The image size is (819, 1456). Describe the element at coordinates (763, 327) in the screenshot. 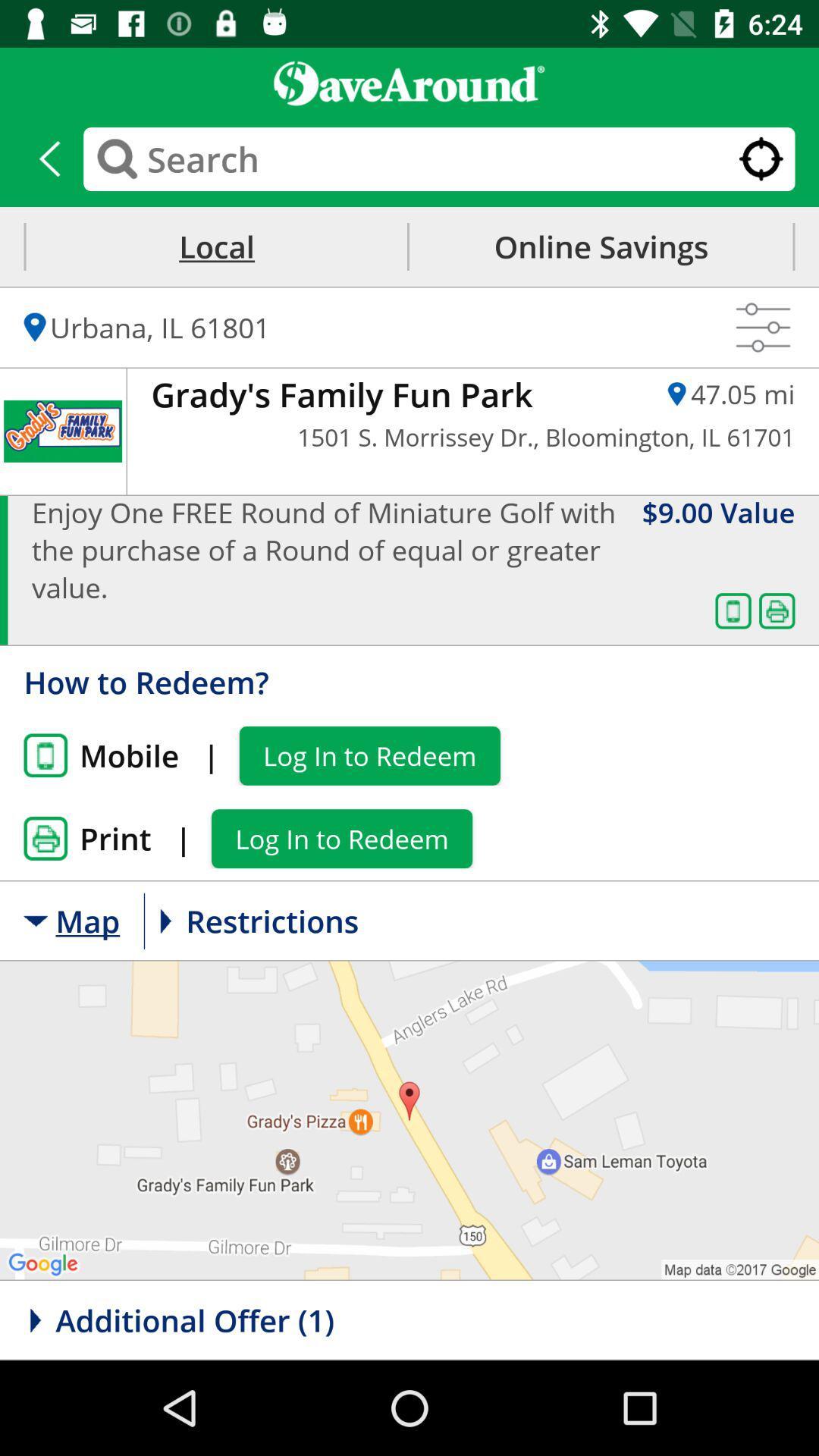

I see `the sliders icon` at that location.